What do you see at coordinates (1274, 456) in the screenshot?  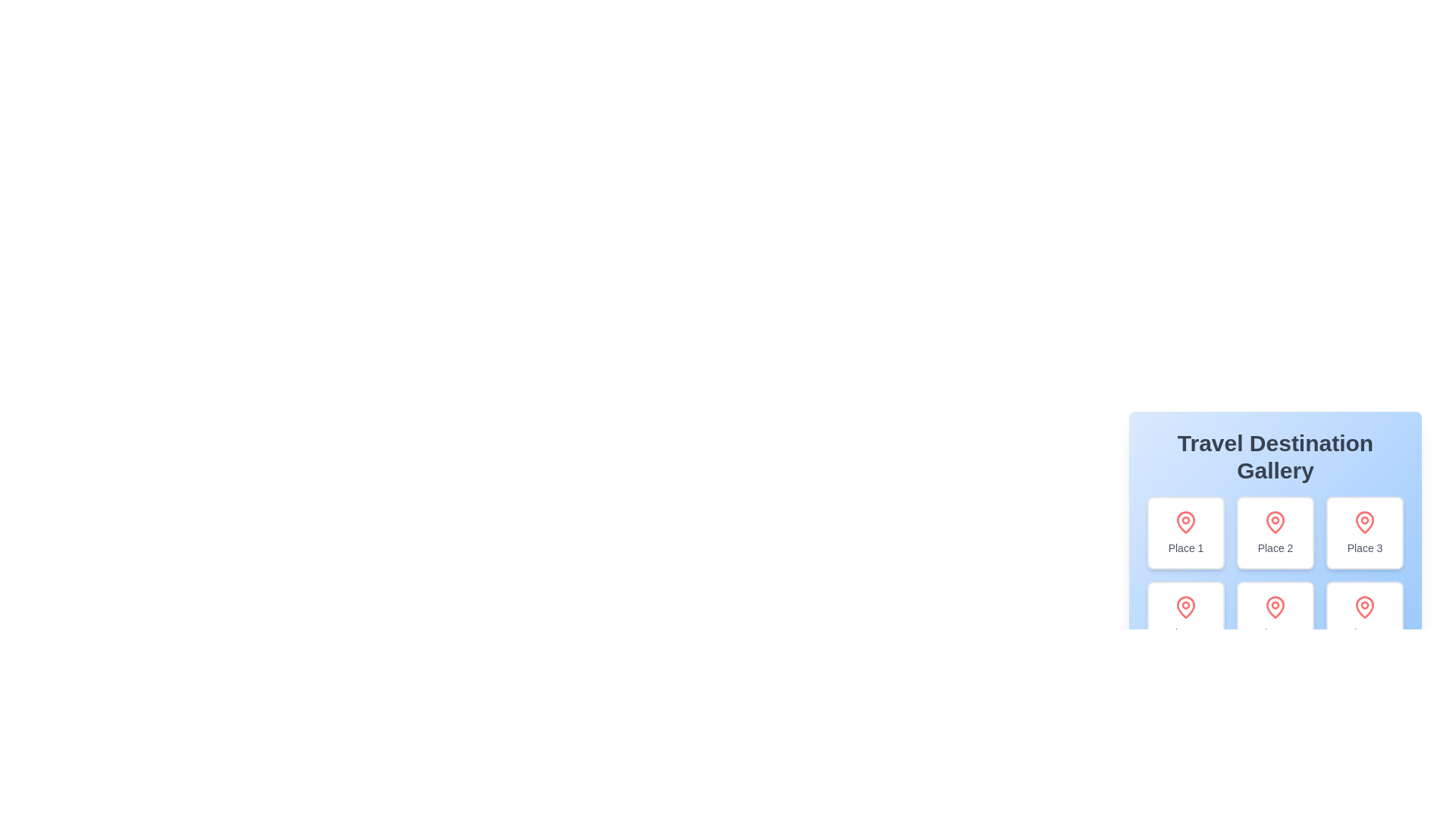 I see `the title text 'Travel Destination Gallery' at the top of the card-like component to select the text for copying` at bounding box center [1274, 456].